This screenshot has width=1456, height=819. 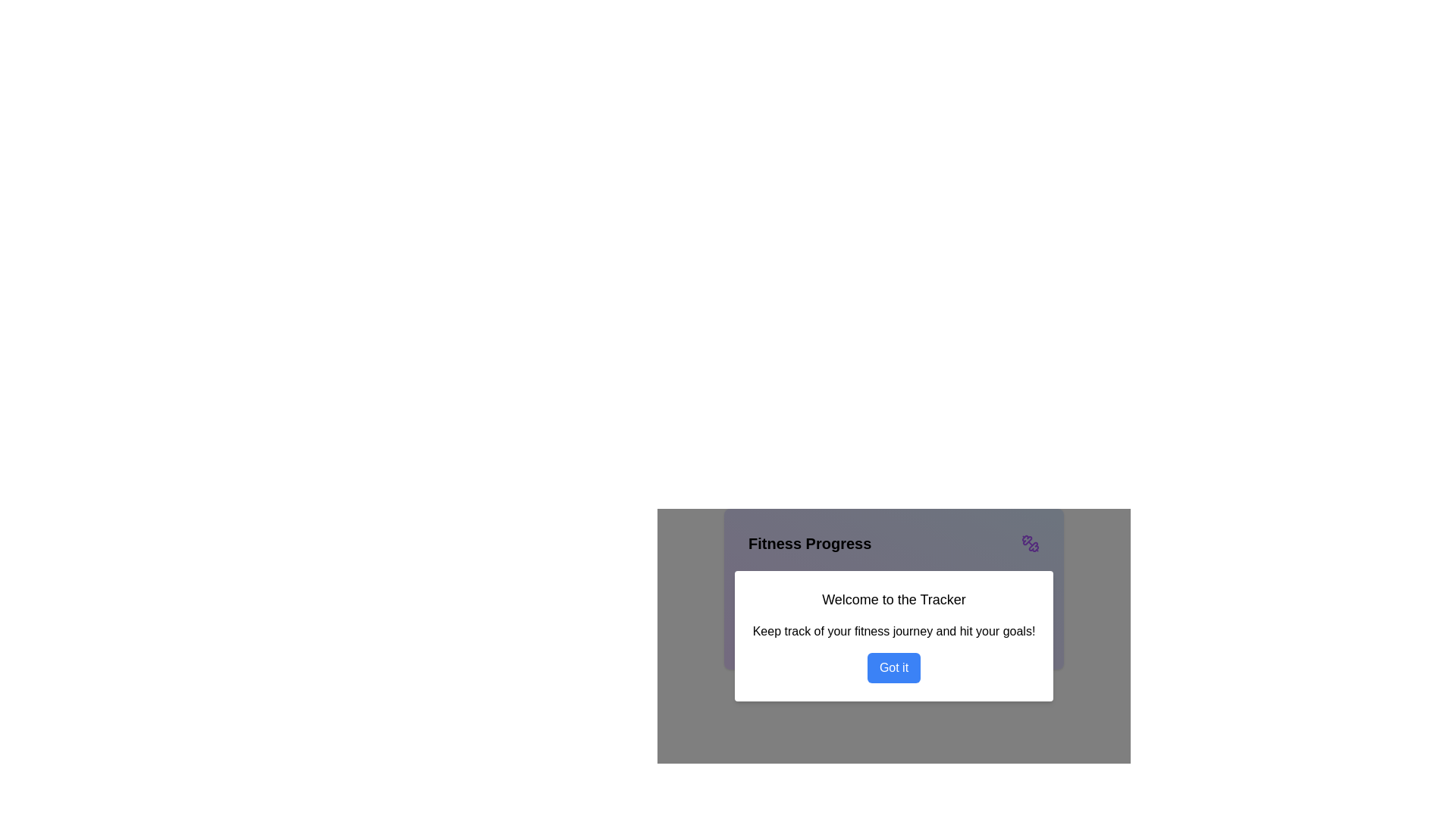 I want to click on the fitness progress icon located to the right of the 'Fitness Progress' text in the header section, so click(x=1030, y=543).